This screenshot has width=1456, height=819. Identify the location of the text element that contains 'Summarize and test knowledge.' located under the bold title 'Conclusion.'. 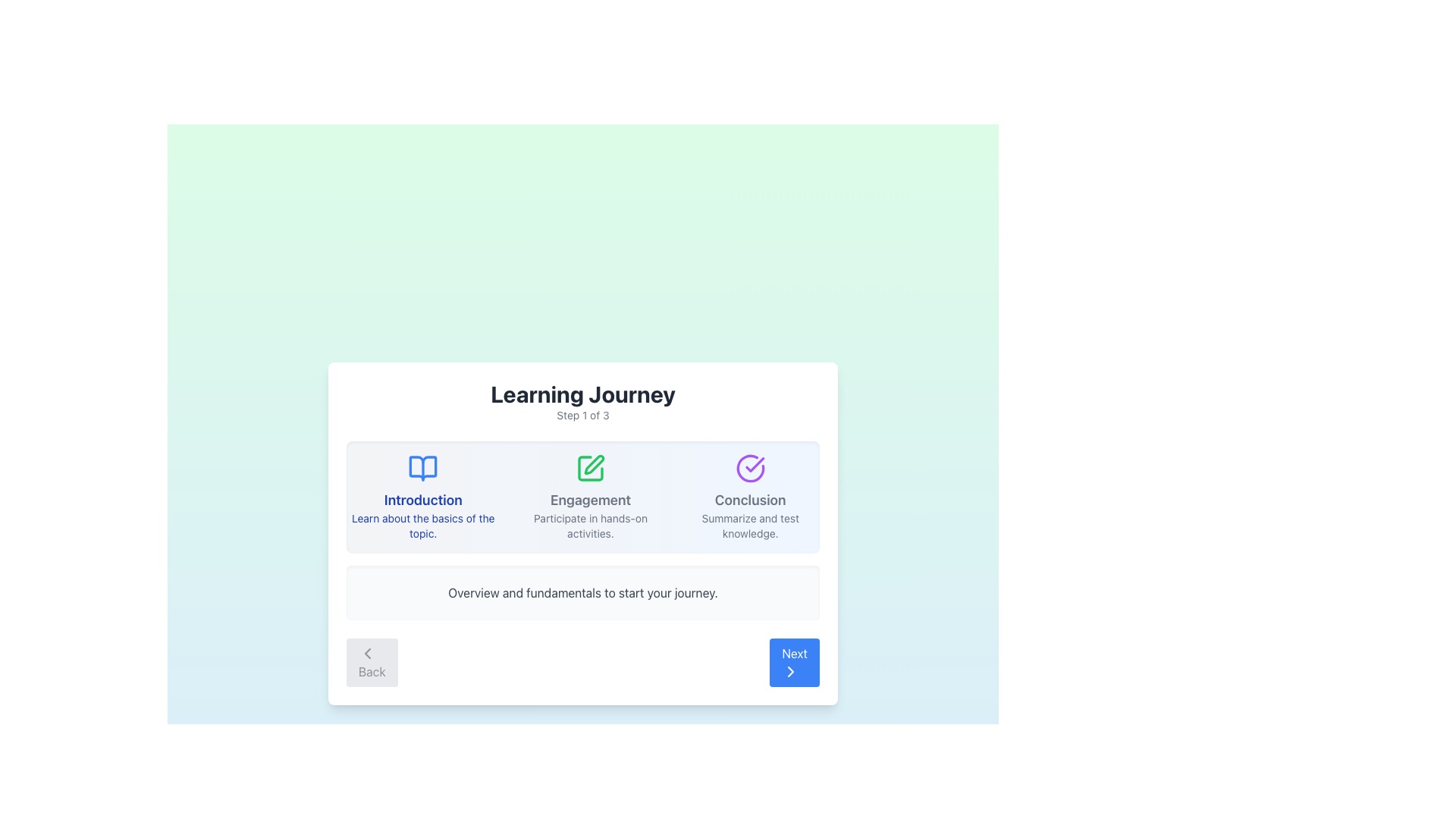
(750, 526).